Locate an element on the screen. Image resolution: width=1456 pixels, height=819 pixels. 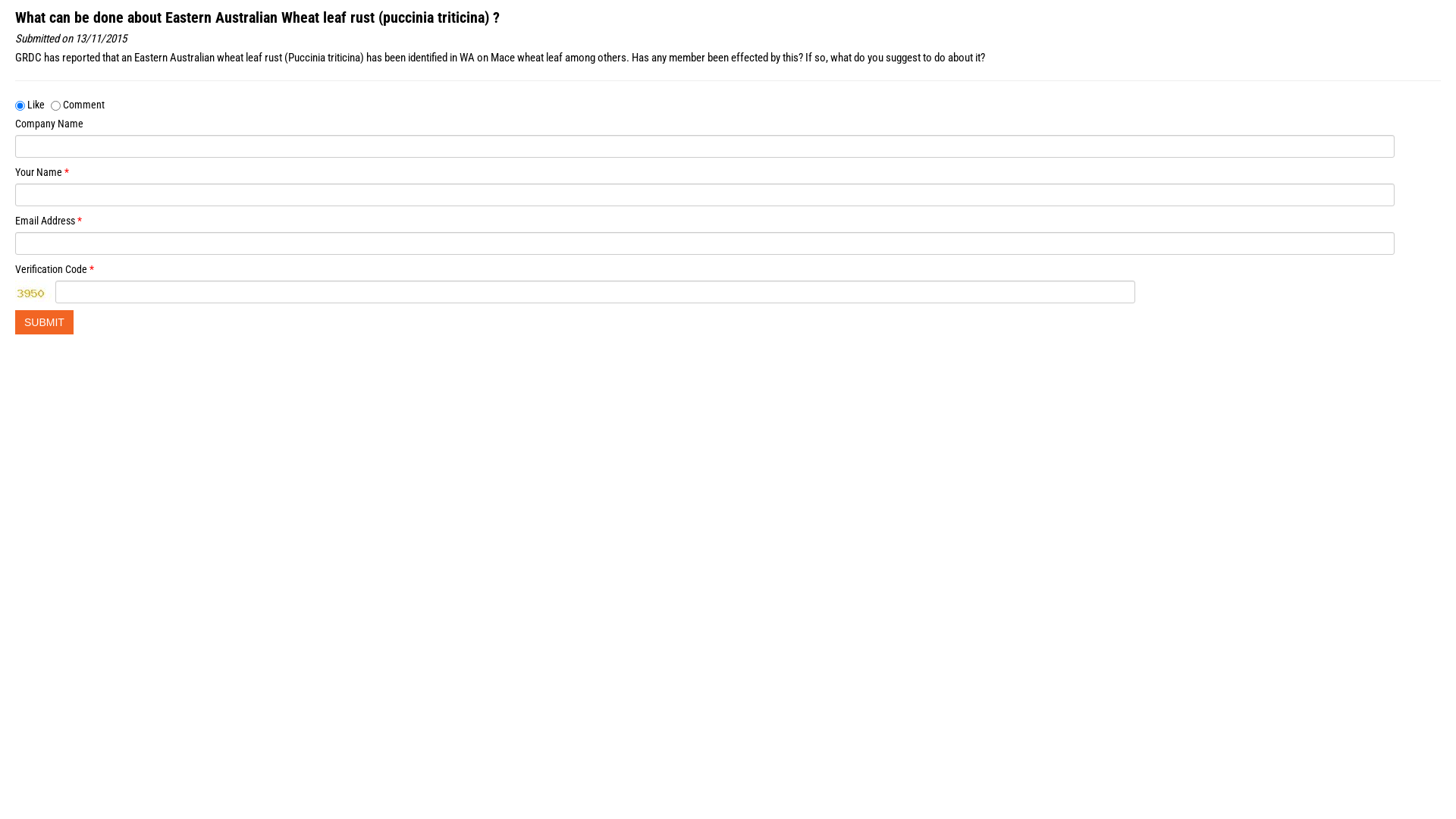
'Submit' is located at coordinates (44, 321).